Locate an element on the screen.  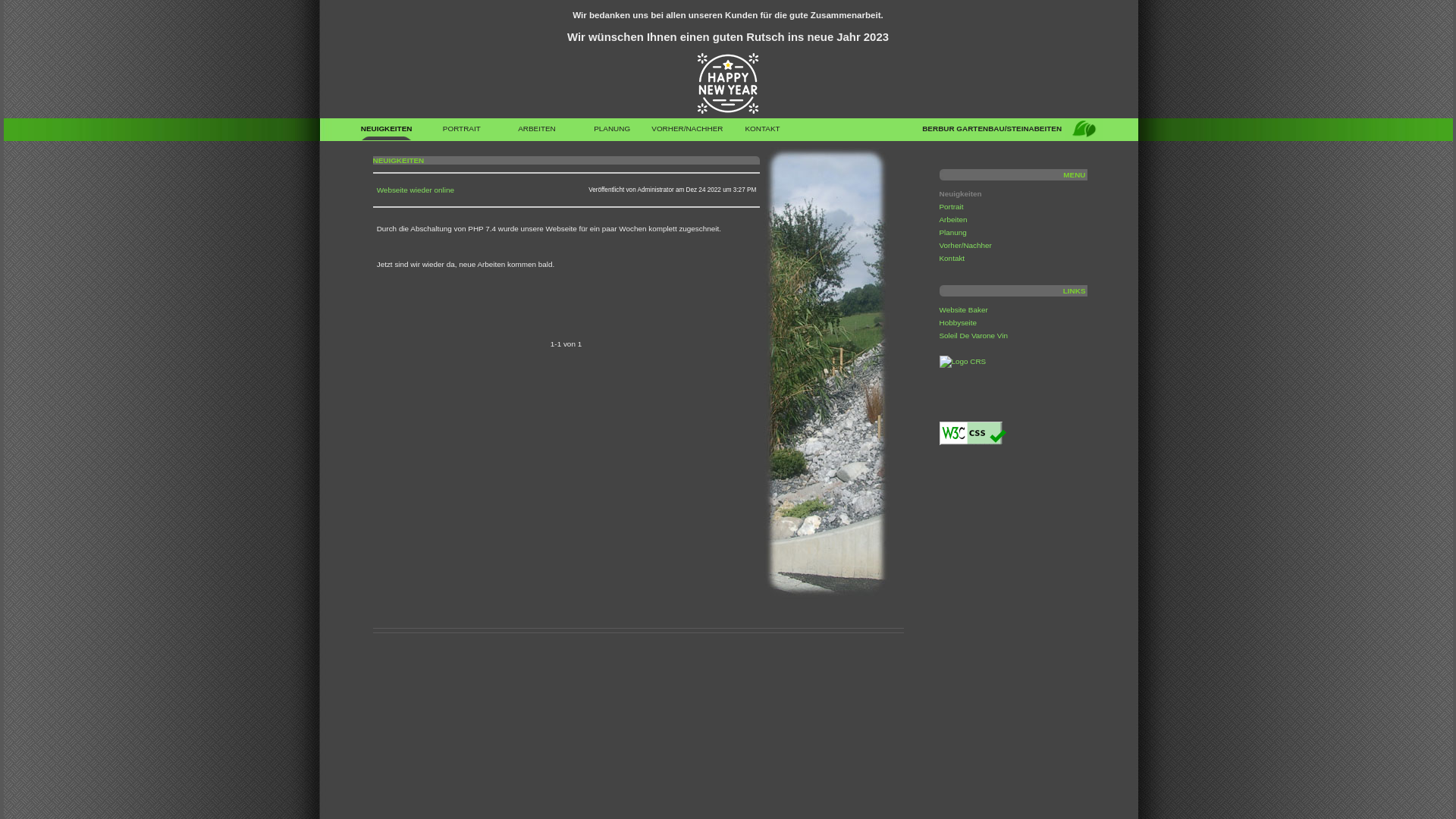
'NEUIGKEITEN' is located at coordinates (386, 131).